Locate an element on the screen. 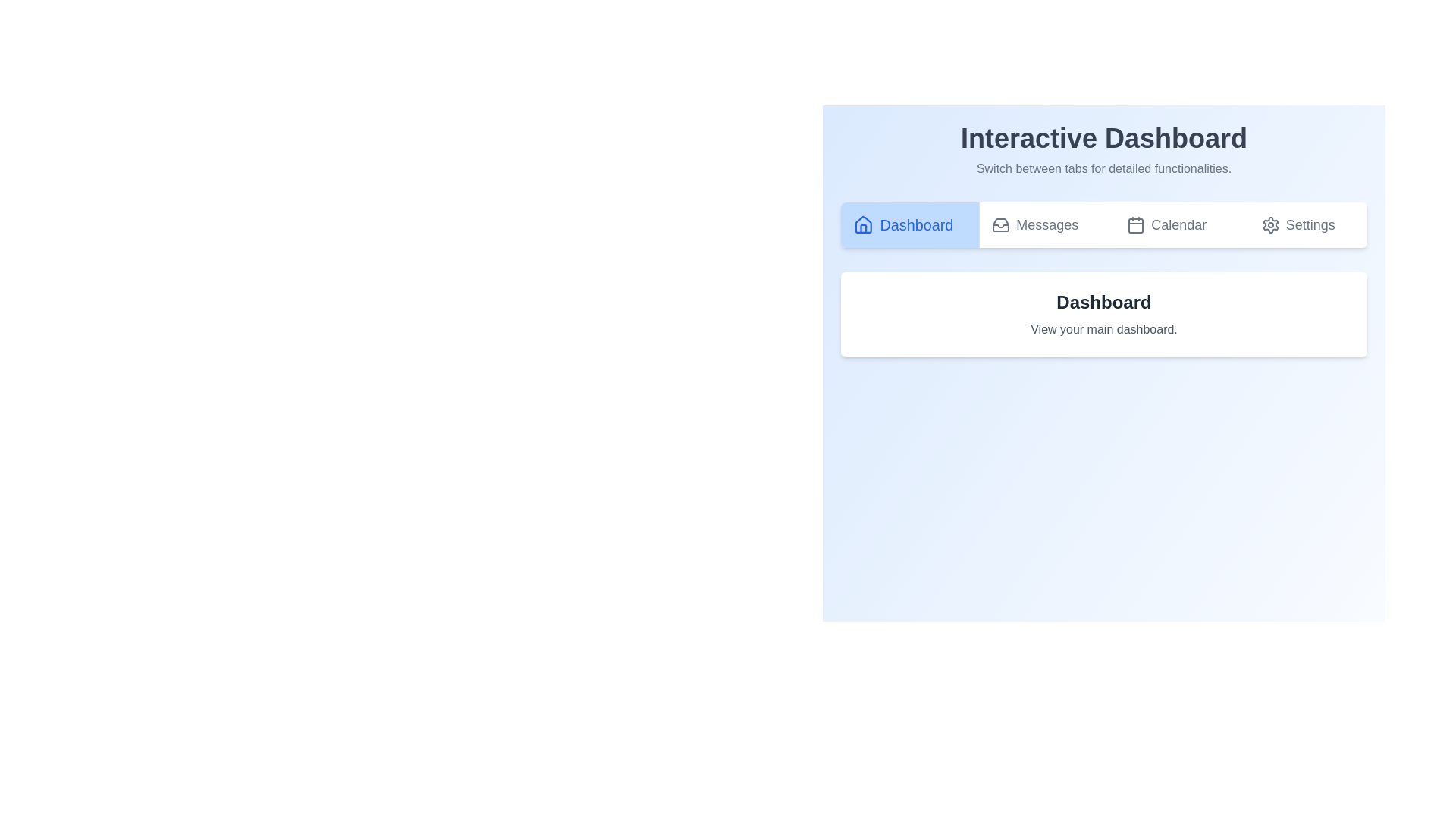 Image resolution: width=1456 pixels, height=819 pixels. the rectangular button with a light blue background and deep blue text labeled 'Dashboard' is located at coordinates (906, 225).